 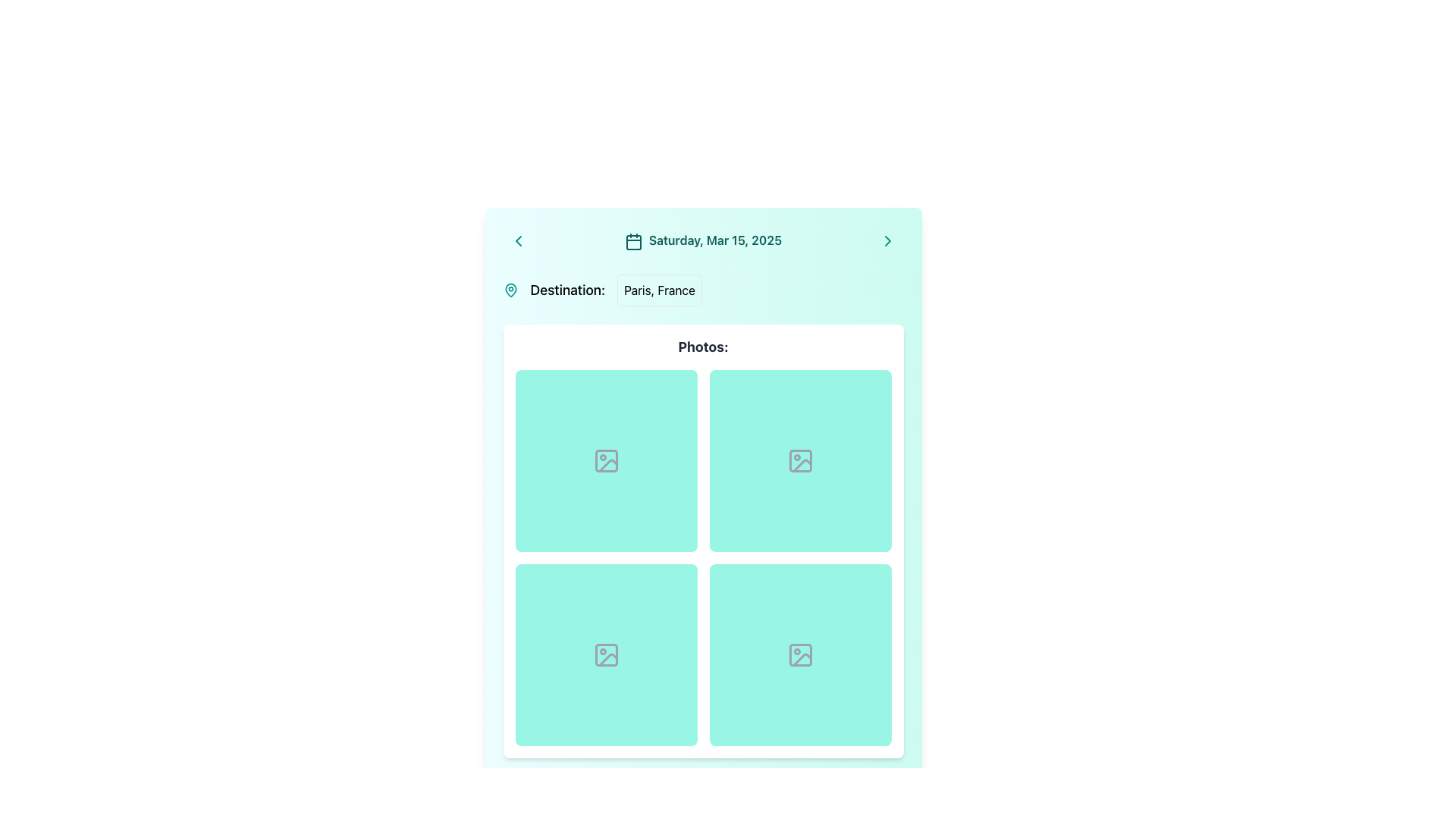 I want to click on the navigational button located in the top-right corner of the interface to advance to the next page or section, so click(x=888, y=240).